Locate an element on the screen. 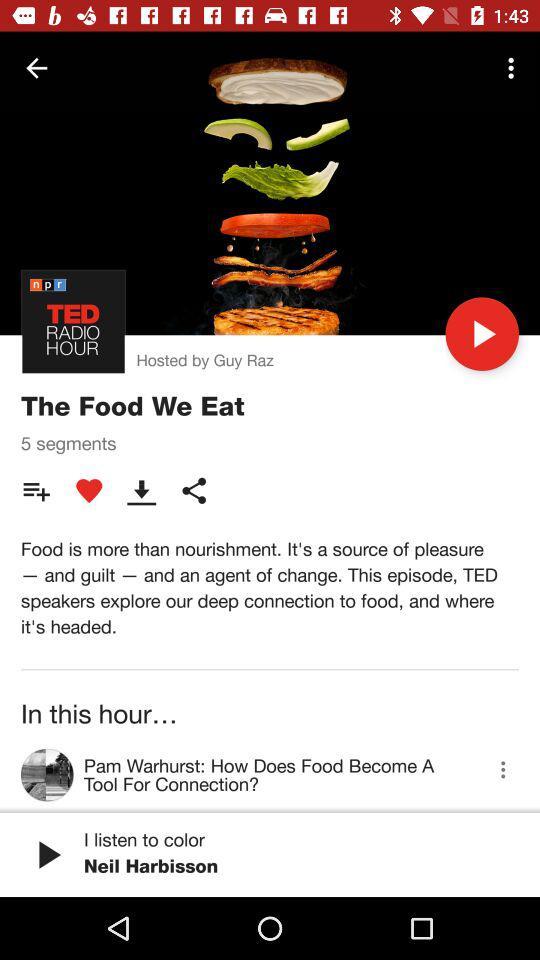 This screenshot has height=960, width=540. icon on the right is located at coordinates (481, 334).